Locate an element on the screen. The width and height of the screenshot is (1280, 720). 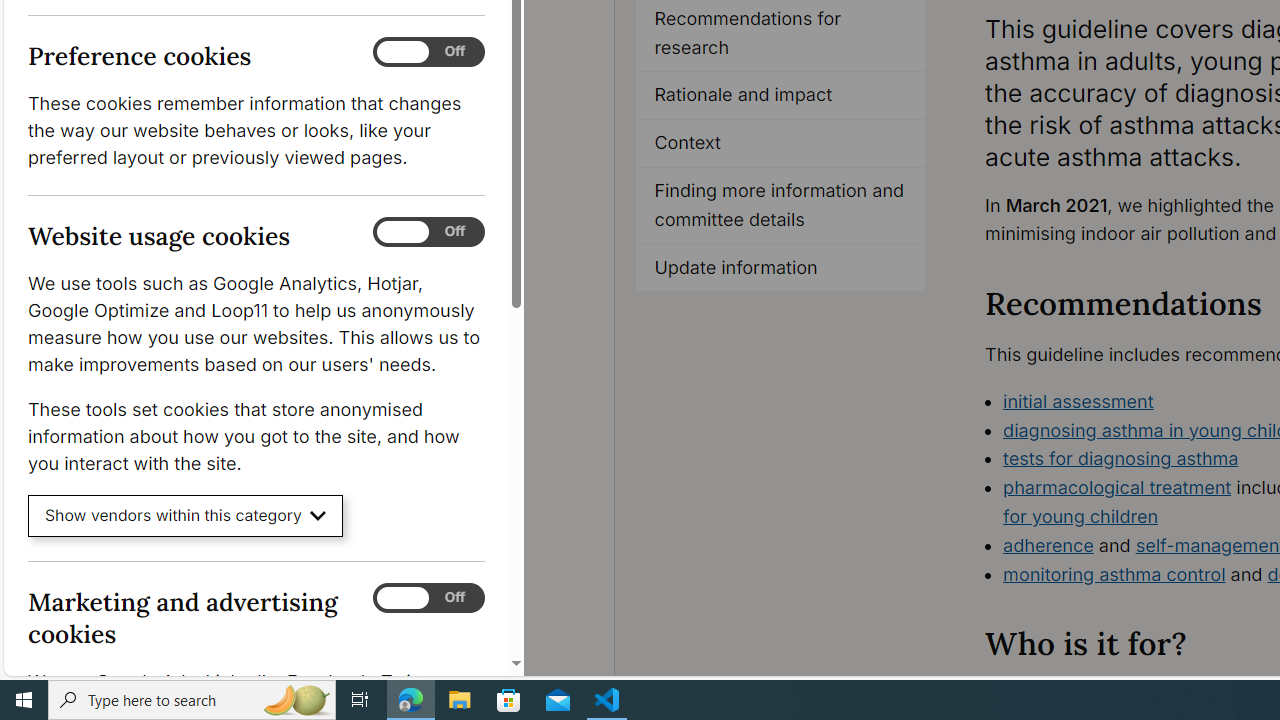
'Update information' is located at coordinates (779, 267).